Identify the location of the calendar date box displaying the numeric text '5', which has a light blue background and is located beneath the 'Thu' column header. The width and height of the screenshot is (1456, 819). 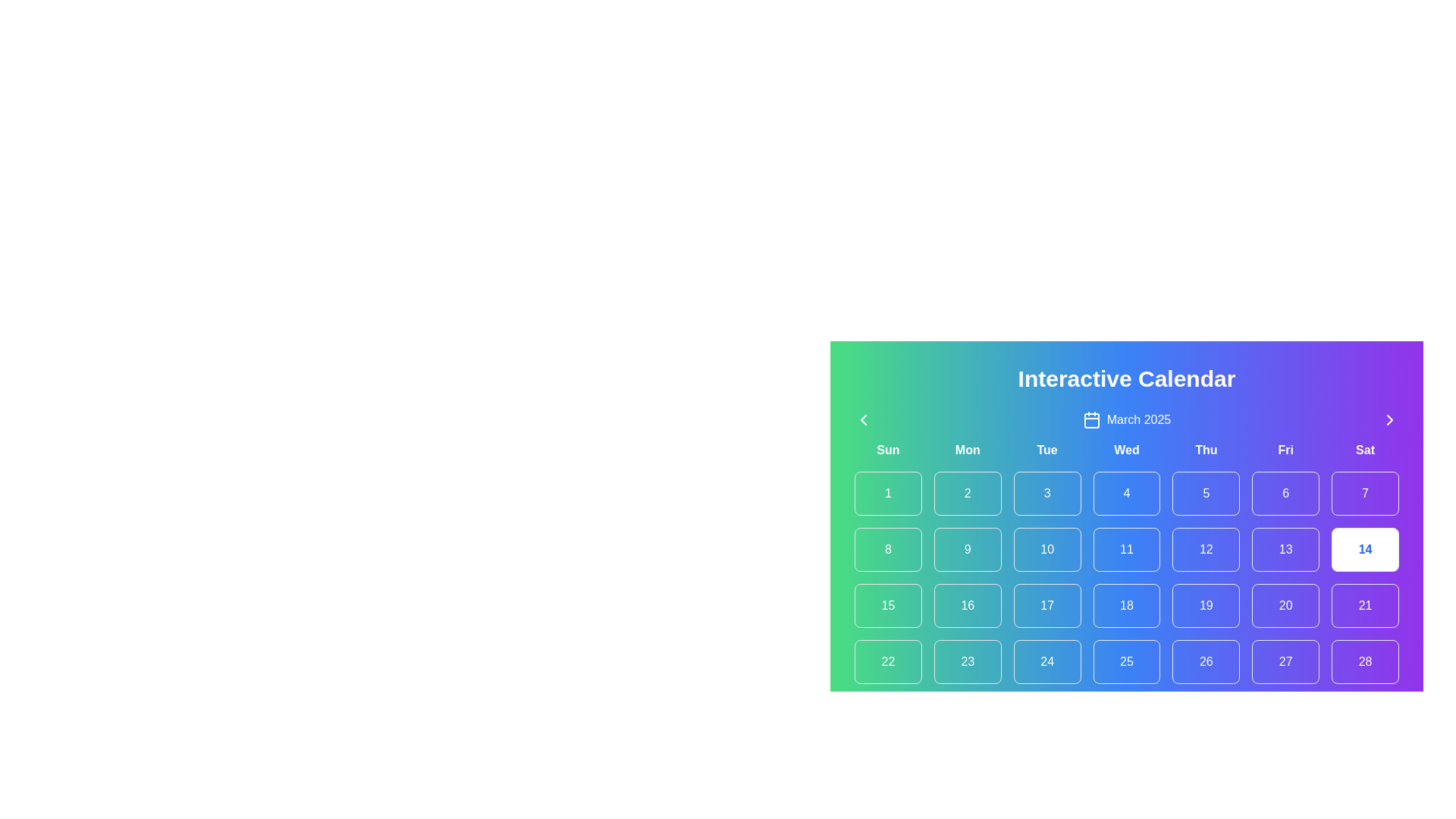
(1205, 494).